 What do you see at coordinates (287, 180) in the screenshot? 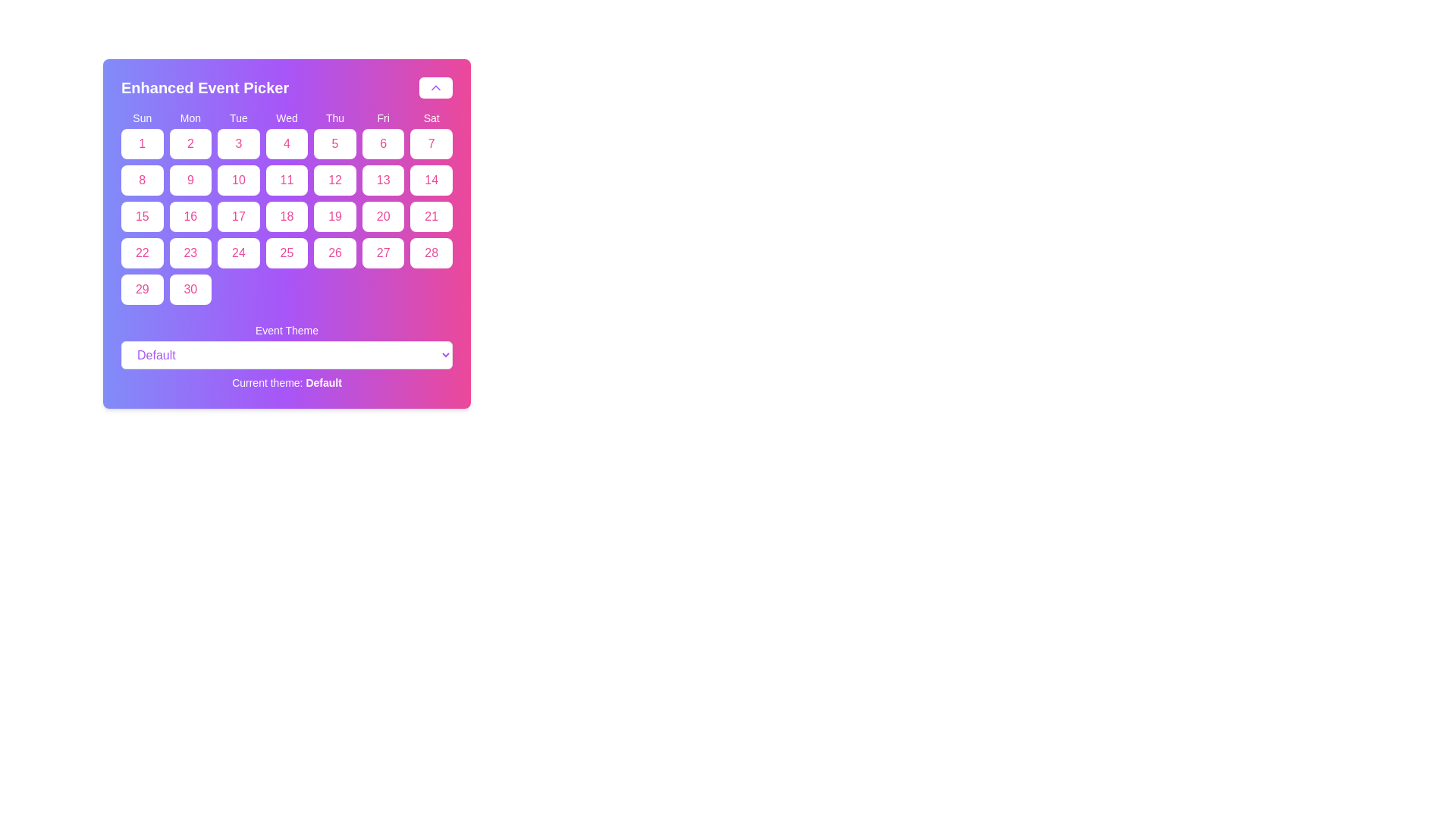
I see `the button corresponding to the 11th day in the calendar interface` at bounding box center [287, 180].